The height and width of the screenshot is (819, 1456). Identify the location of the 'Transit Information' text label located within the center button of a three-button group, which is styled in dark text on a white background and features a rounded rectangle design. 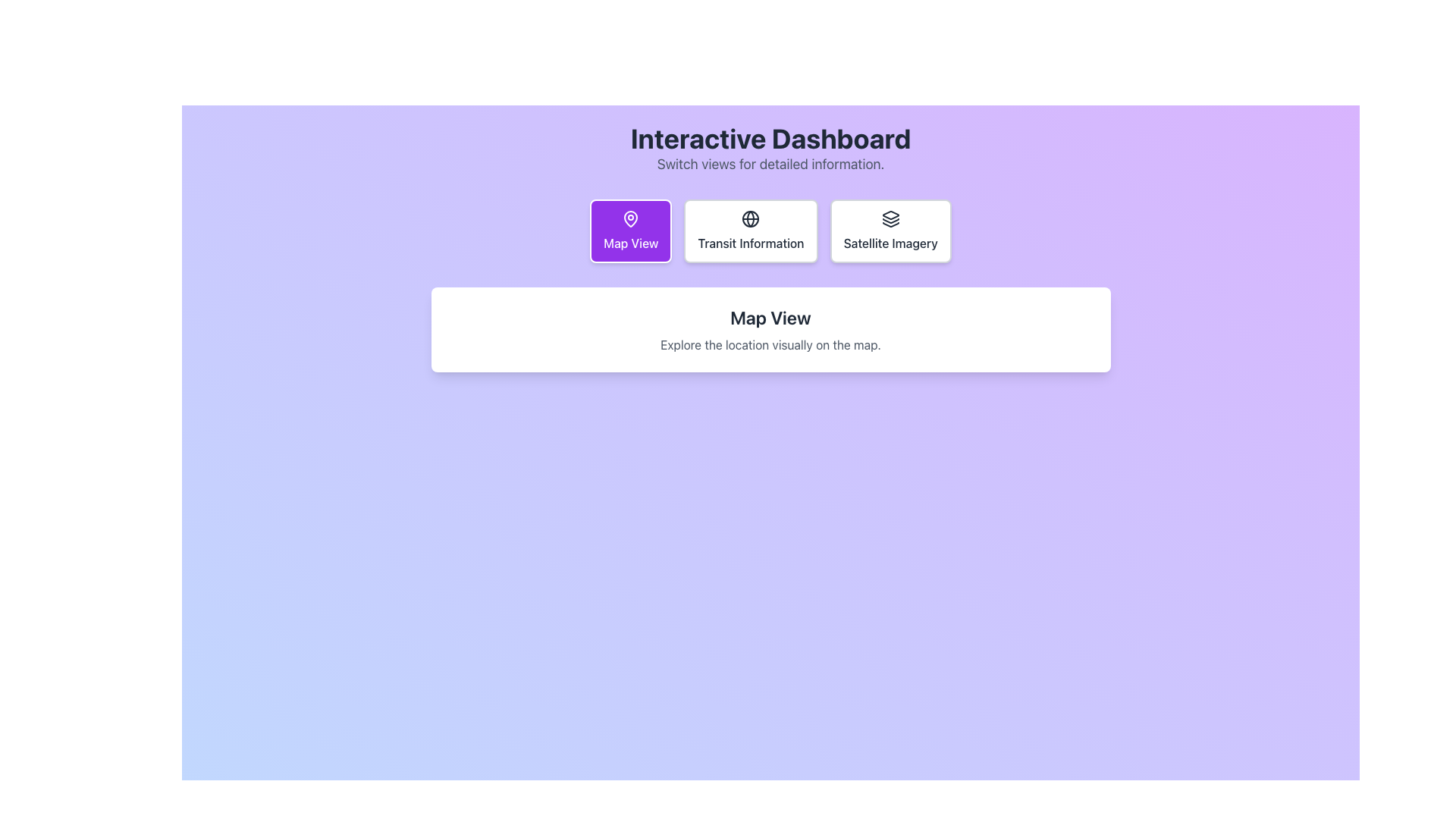
(751, 242).